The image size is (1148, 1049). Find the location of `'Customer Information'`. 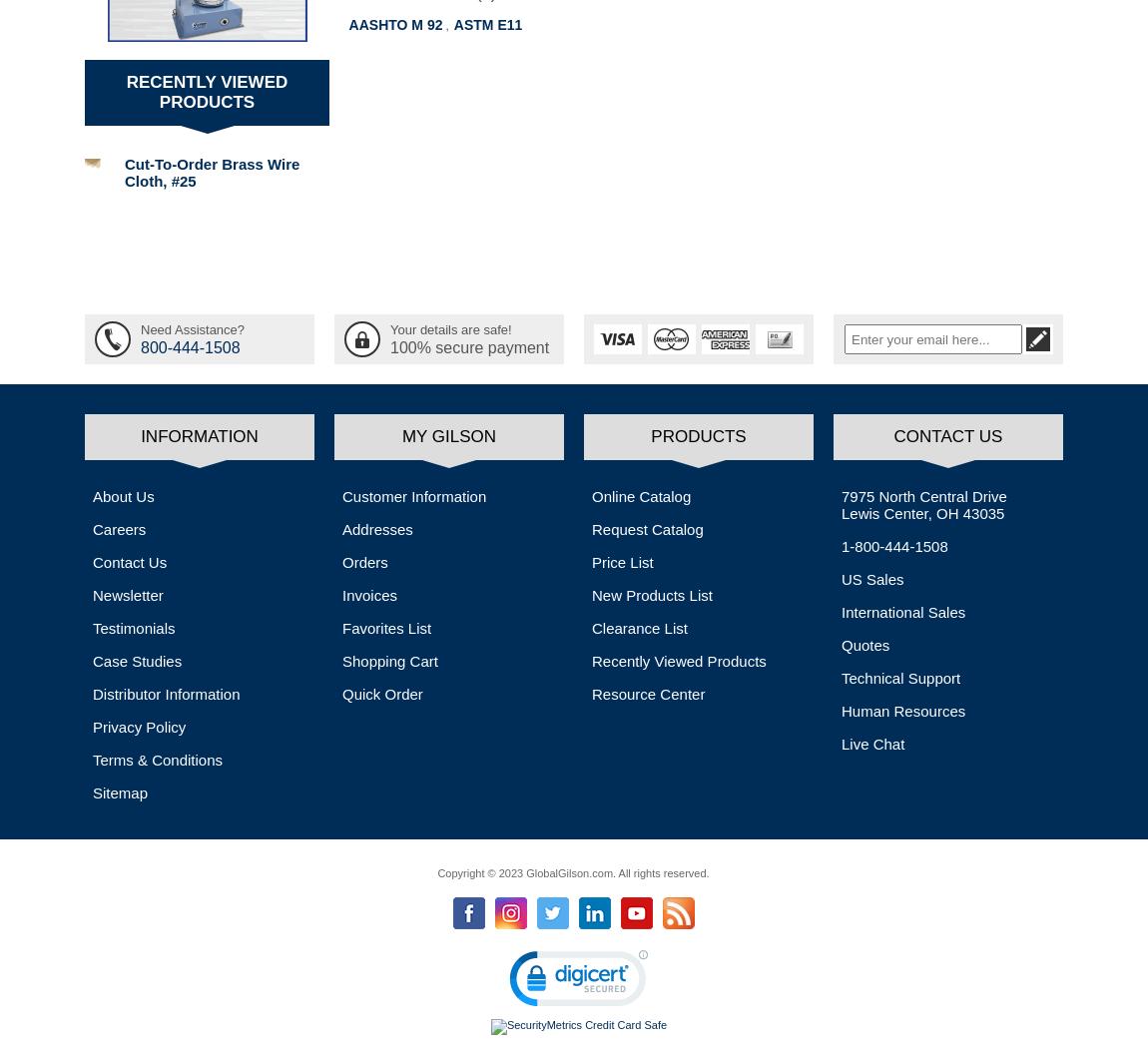

'Customer Information' is located at coordinates (414, 496).